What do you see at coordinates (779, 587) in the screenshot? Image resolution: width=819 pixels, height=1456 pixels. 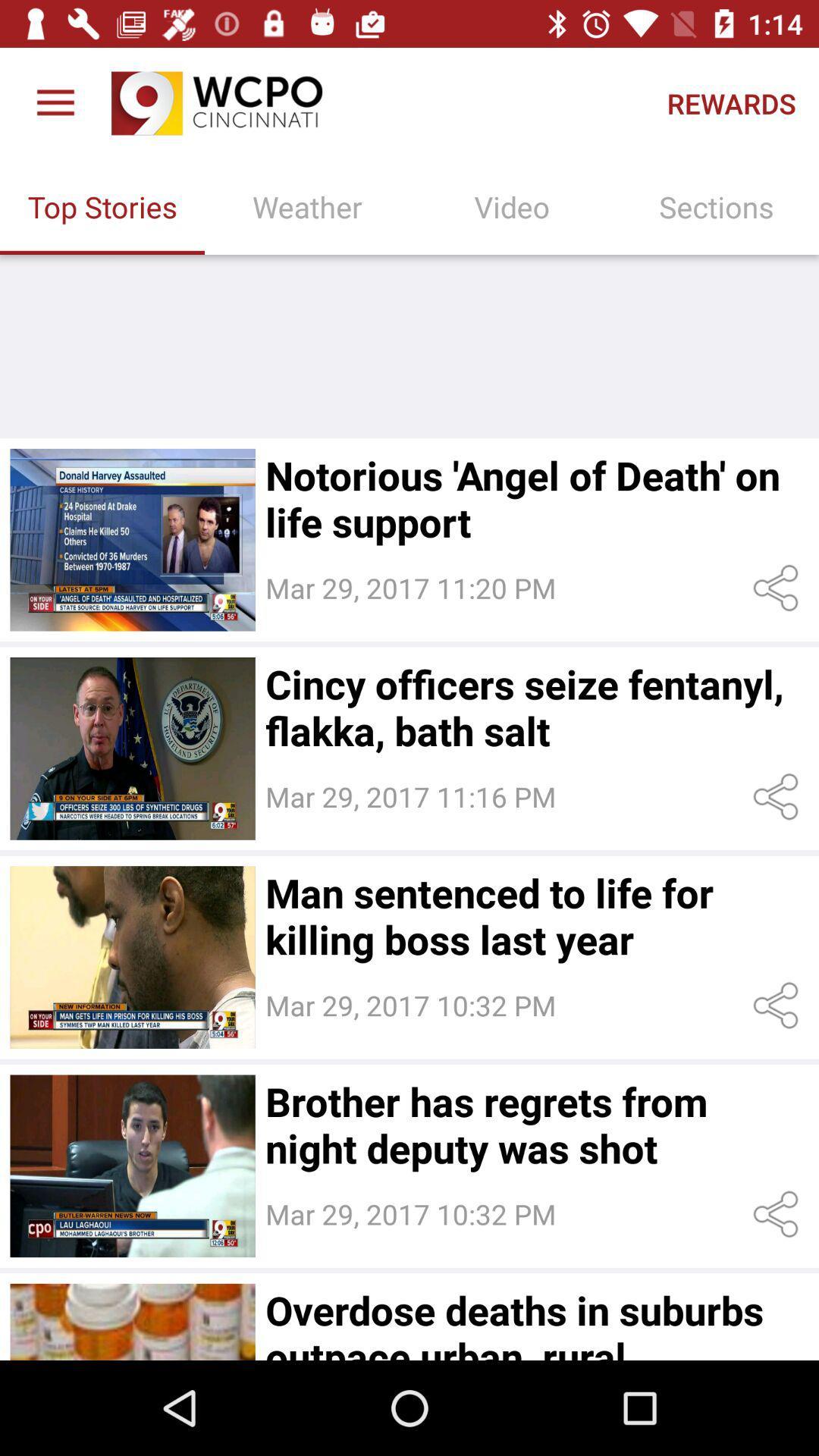 I see `open share links` at bounding box center [779, 587].